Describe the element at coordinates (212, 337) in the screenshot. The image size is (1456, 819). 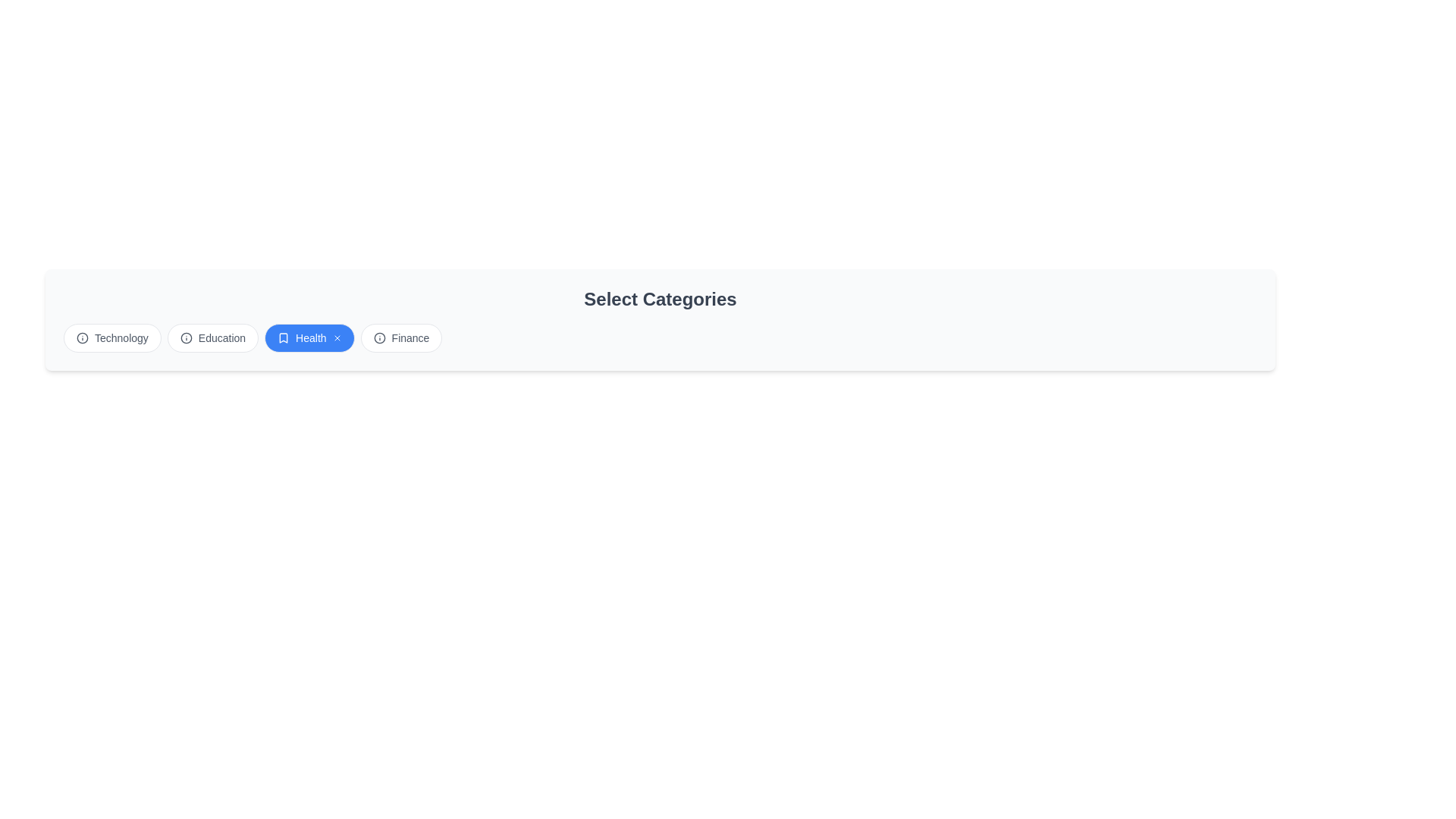
I see `the chip labeled 'Education' to observe its hover state` at that location.